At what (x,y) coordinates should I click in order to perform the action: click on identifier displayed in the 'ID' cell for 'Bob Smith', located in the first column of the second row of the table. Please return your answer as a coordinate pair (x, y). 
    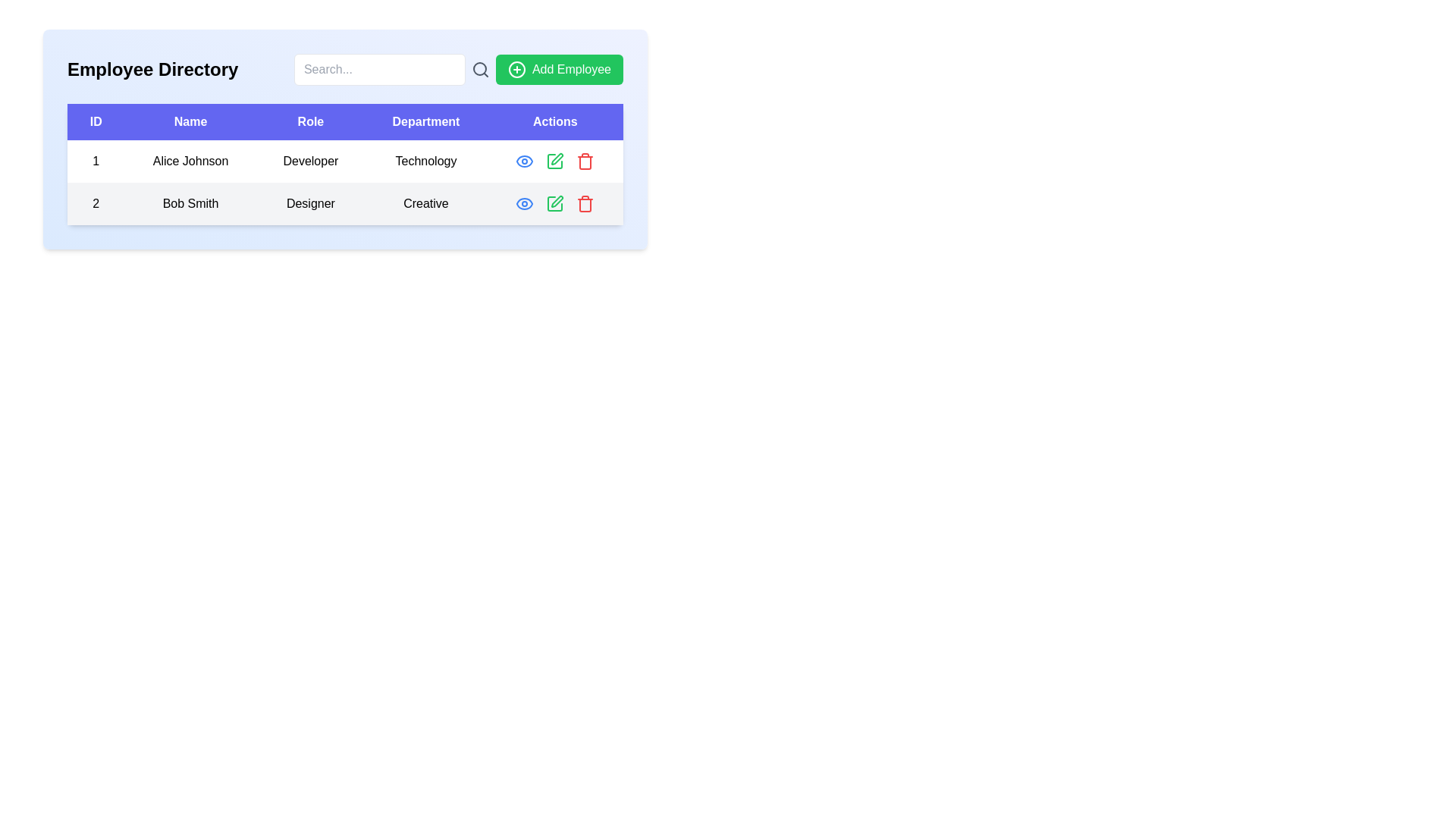
    Looking at the image, I should click on (95, 203).